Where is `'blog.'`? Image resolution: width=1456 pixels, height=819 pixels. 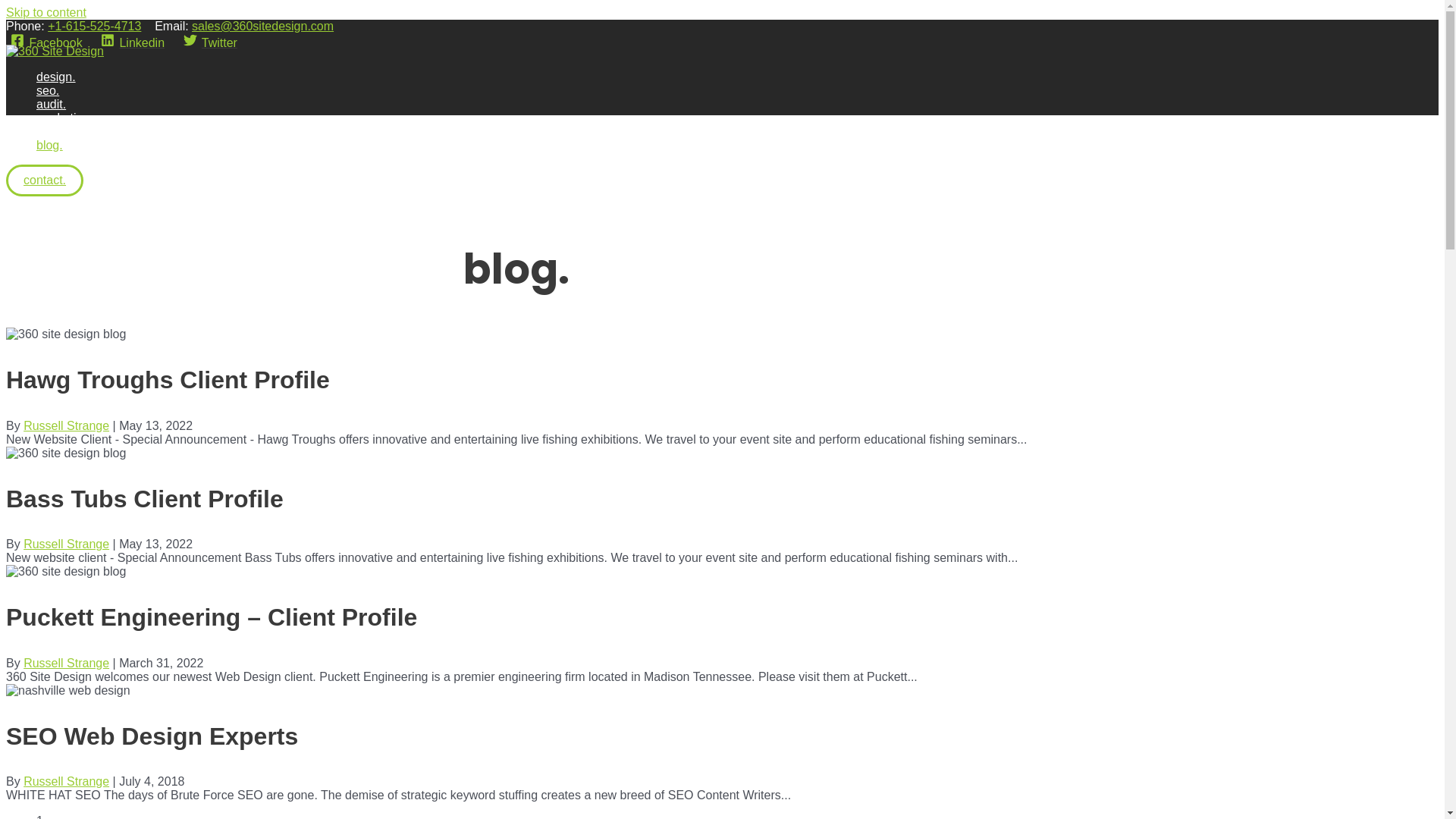 'blog.' is located at coordinates (65, 146).